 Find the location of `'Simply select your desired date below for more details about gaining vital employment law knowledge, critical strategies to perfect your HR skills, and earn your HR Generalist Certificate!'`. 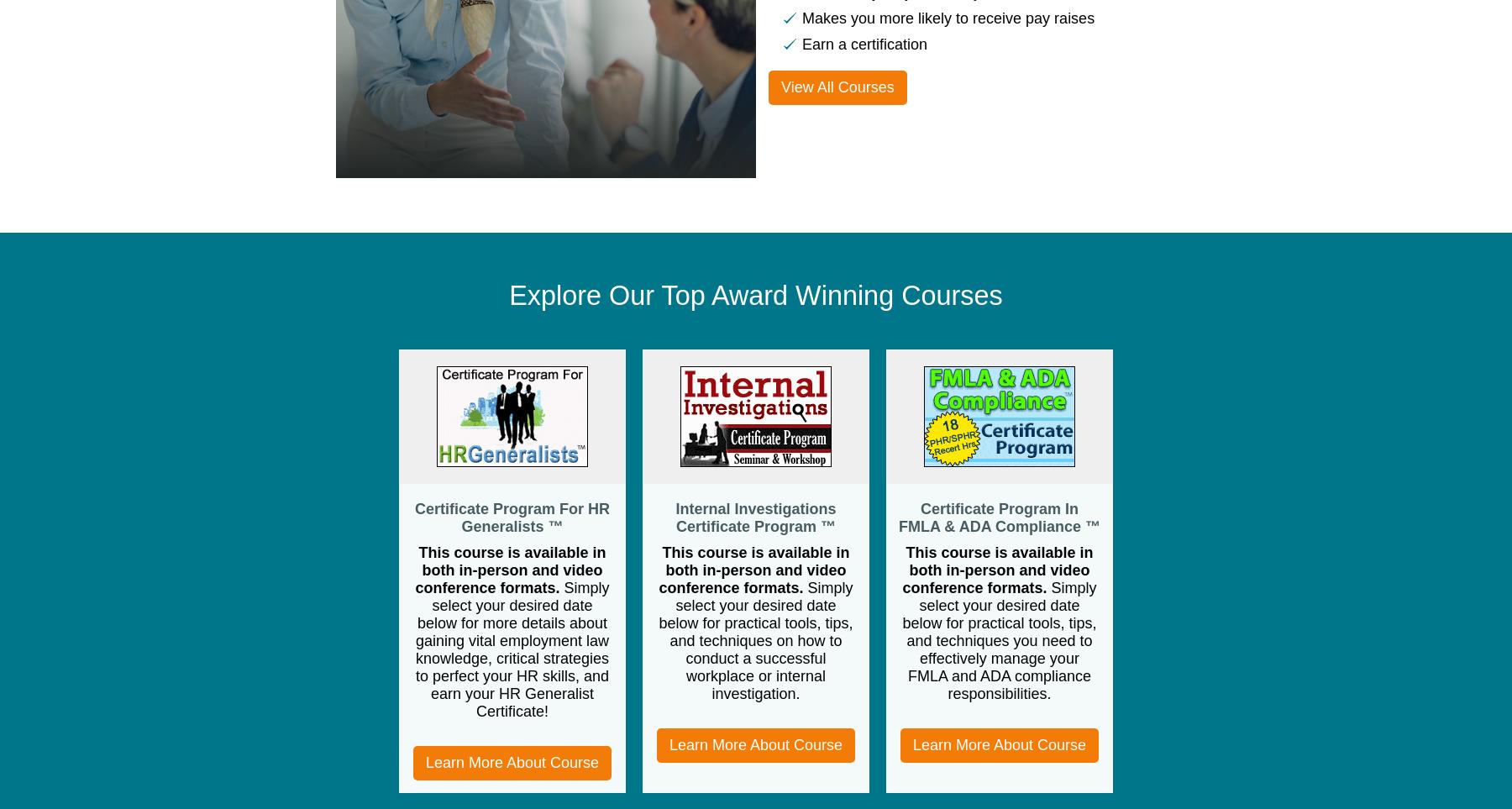

'Simply select your desired date below for more details about gaining vital employment law knowledge, critical strategies to perfect your HR skills, and earn your HR Generalist Certificate!' is located at coordinates (512, 649).